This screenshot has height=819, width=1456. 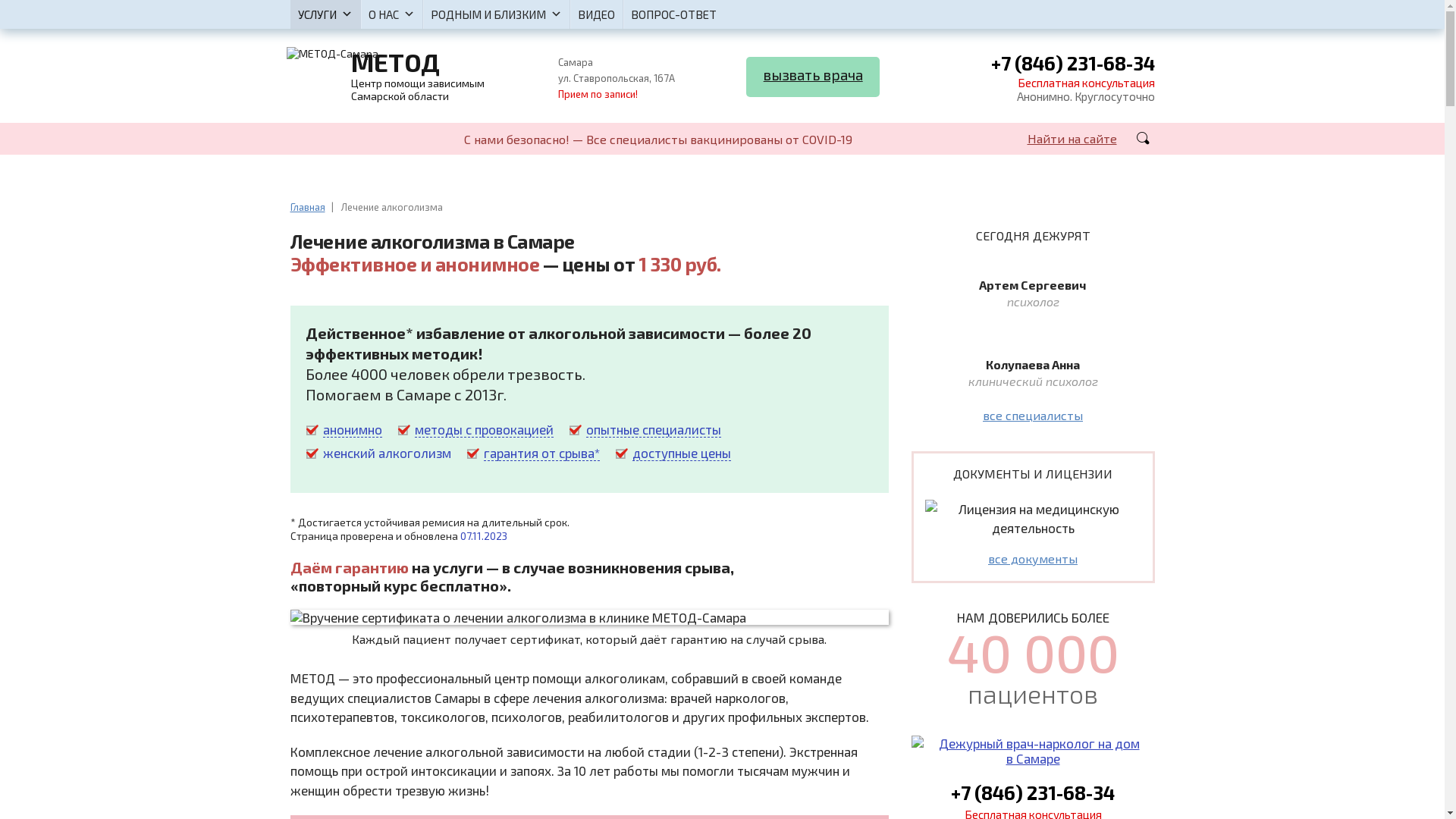 What do you see at coordinates (1072, 64) in the screenshot?
I see `'+7 (846) 231-68-34'` at bounding box center [1072, 64].